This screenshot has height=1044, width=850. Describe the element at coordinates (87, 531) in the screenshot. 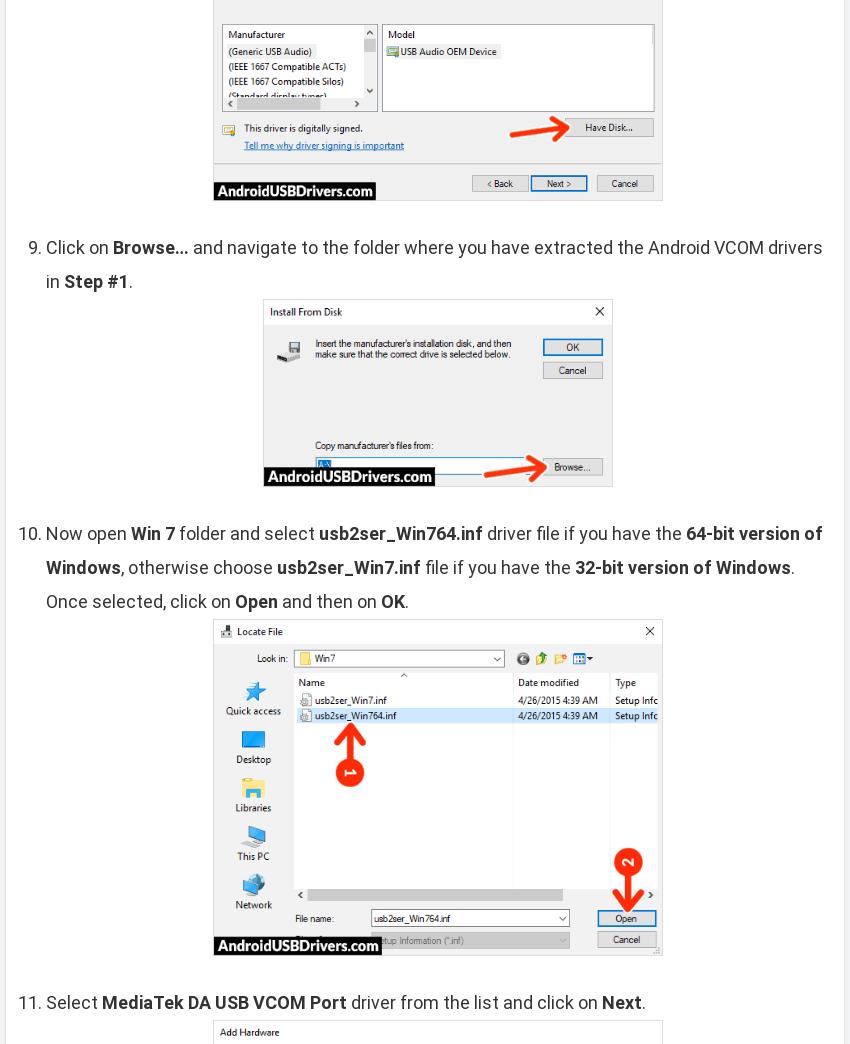

I see `'Now open'` at that location.